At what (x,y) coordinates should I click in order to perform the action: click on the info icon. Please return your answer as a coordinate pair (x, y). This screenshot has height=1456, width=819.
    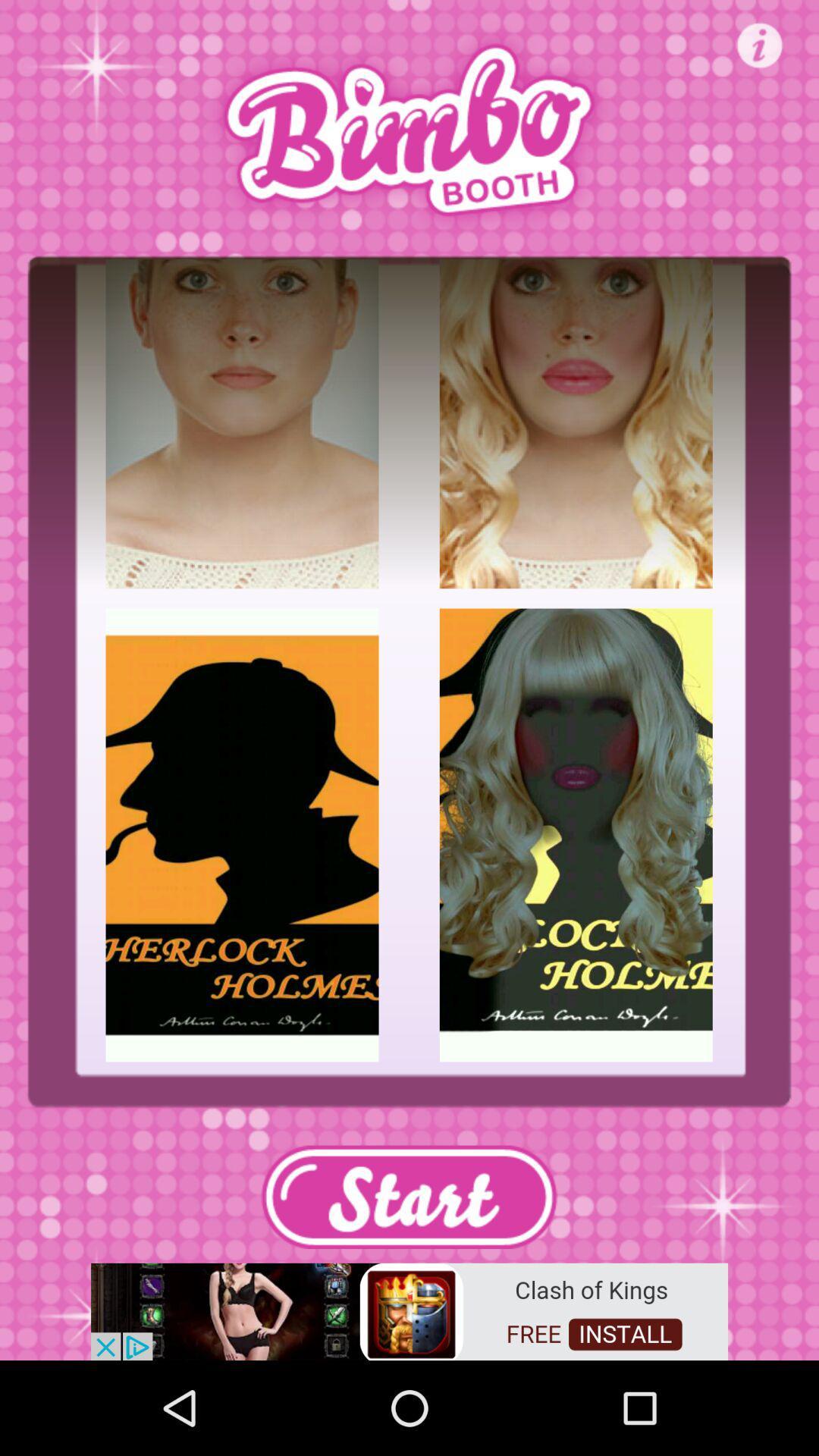
    Looking at the image, I should click on (760, 45).